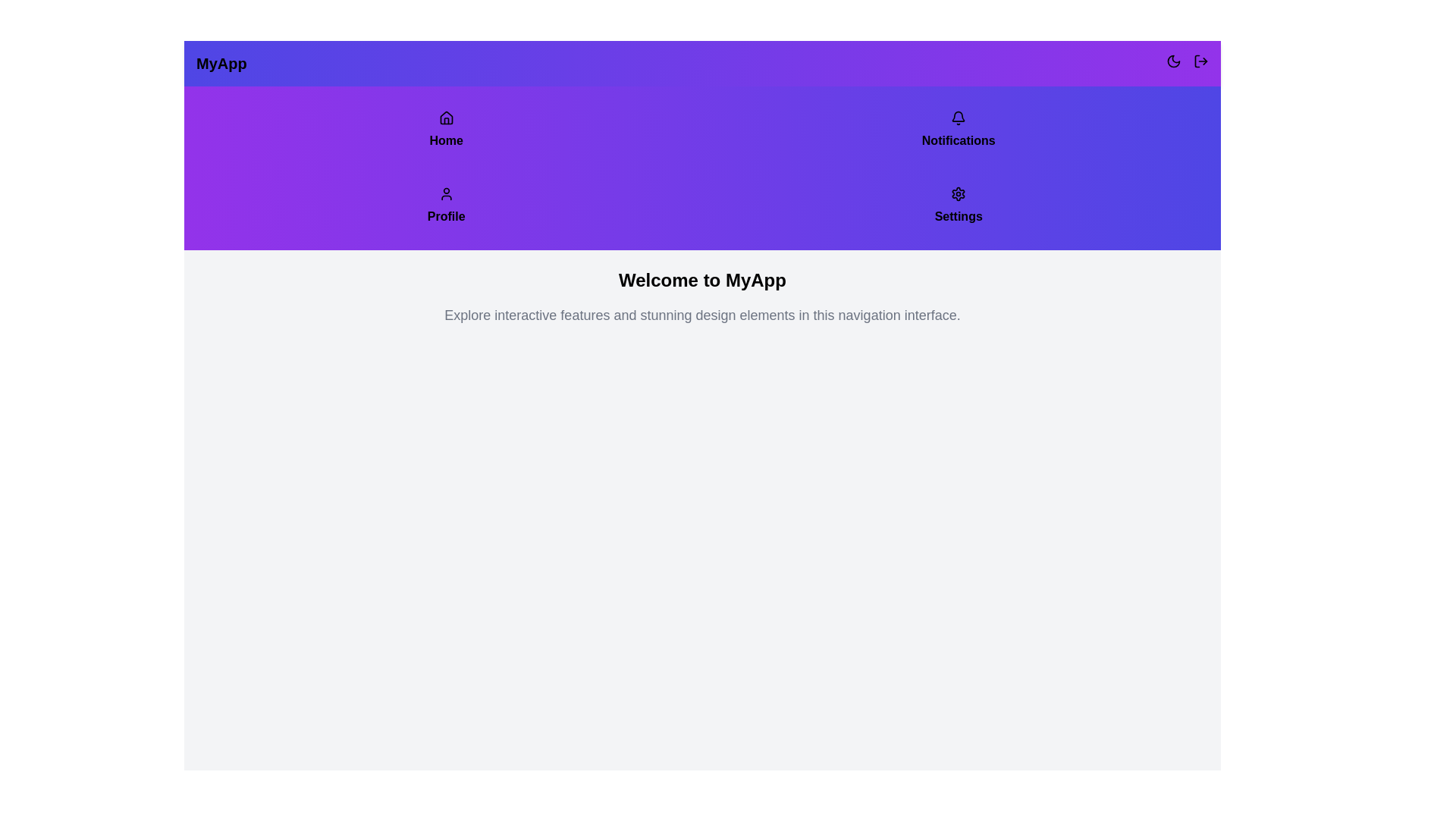 This screenshot has width=1456, height=819. What do you see at coordinates (221, 63) in the screenshot?
I see `the header text 'MyApp'` at bounding box center [221, 63].